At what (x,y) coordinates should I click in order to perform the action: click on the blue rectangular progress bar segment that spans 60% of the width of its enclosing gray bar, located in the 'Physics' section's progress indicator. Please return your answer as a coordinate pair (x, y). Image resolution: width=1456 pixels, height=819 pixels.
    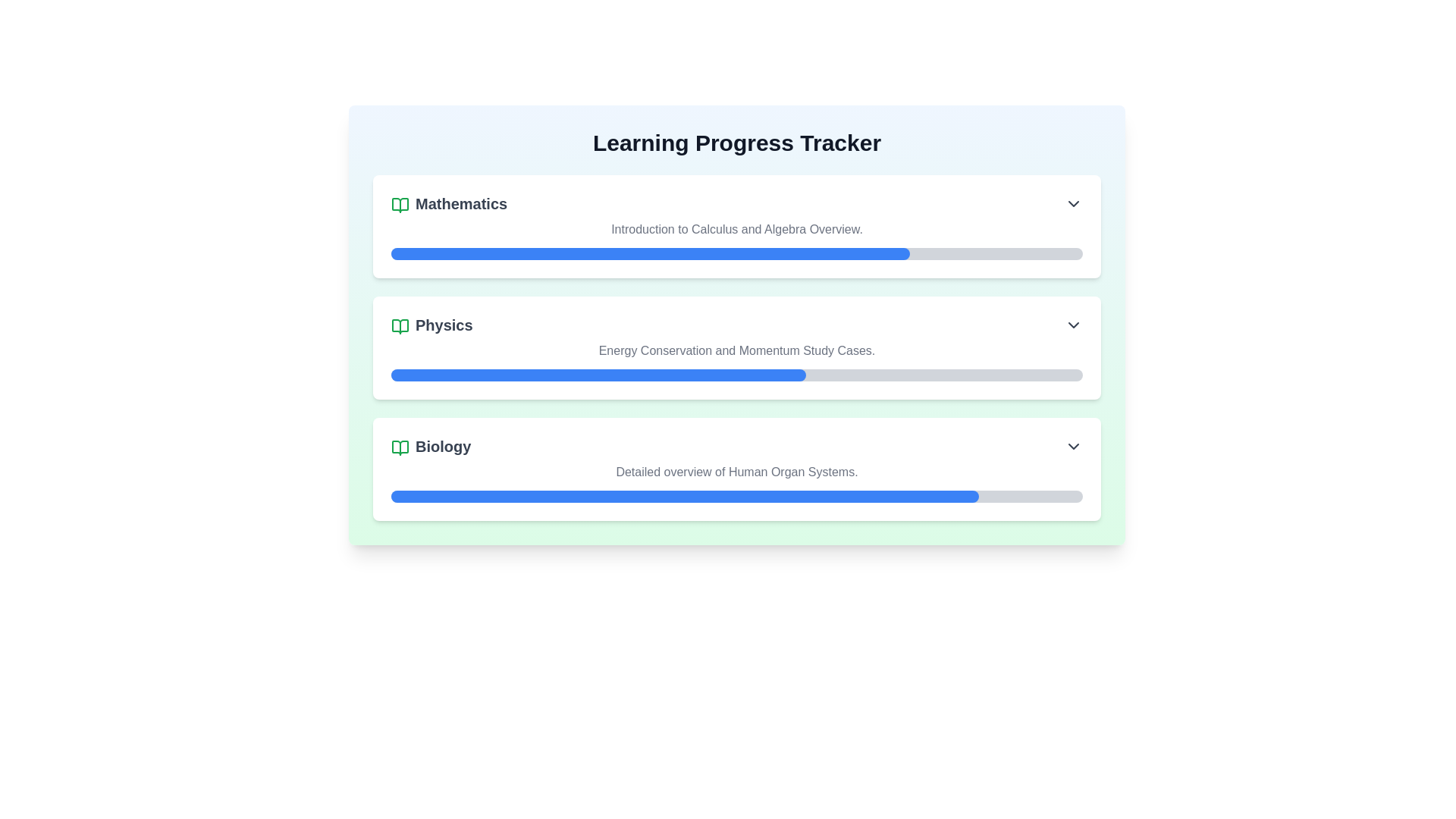
    Looking at the image, I should click on (598, 375).